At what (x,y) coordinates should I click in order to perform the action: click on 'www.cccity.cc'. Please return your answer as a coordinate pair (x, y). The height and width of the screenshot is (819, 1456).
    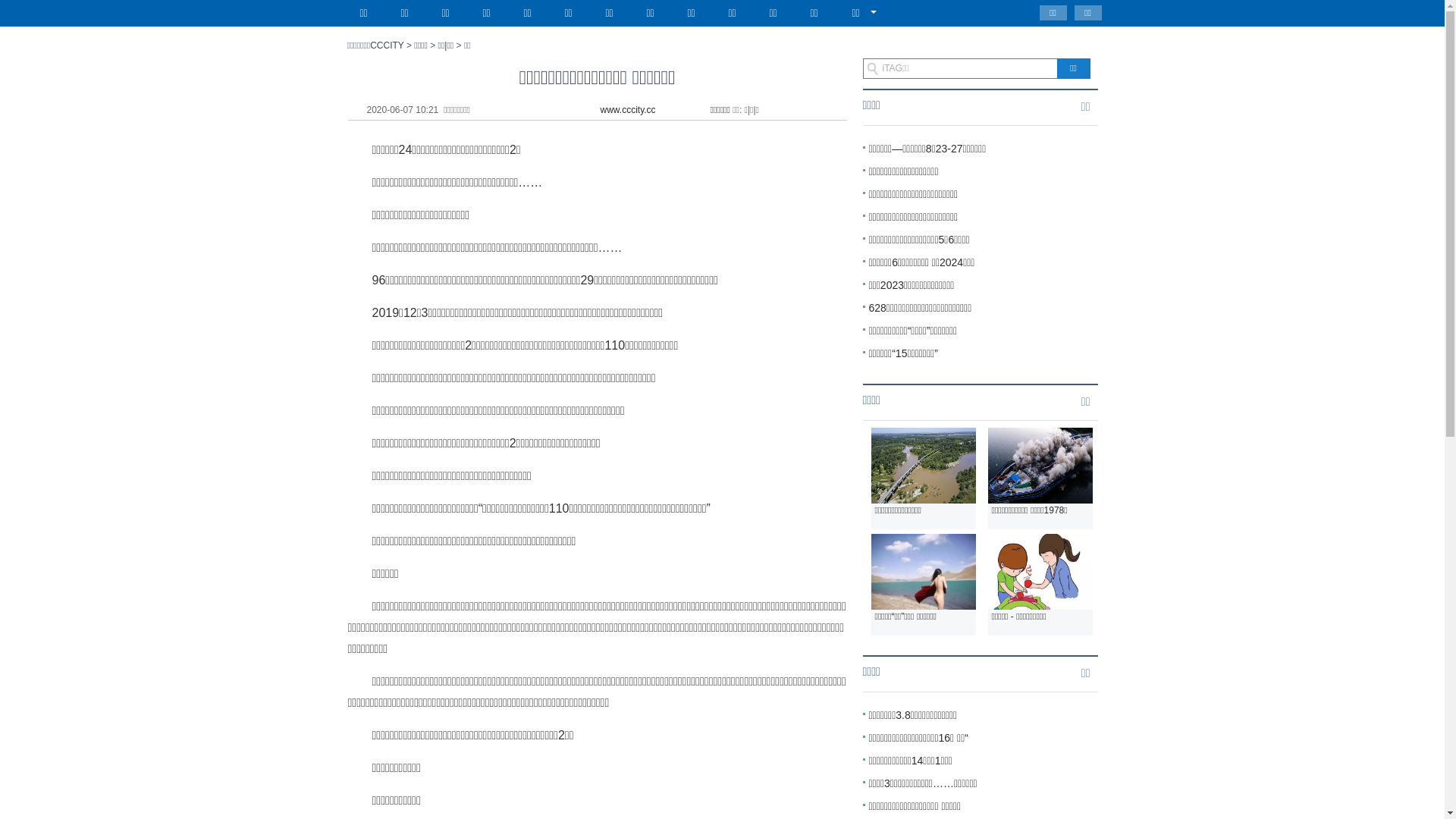
    Looking at the image, I should click on (628, 109).